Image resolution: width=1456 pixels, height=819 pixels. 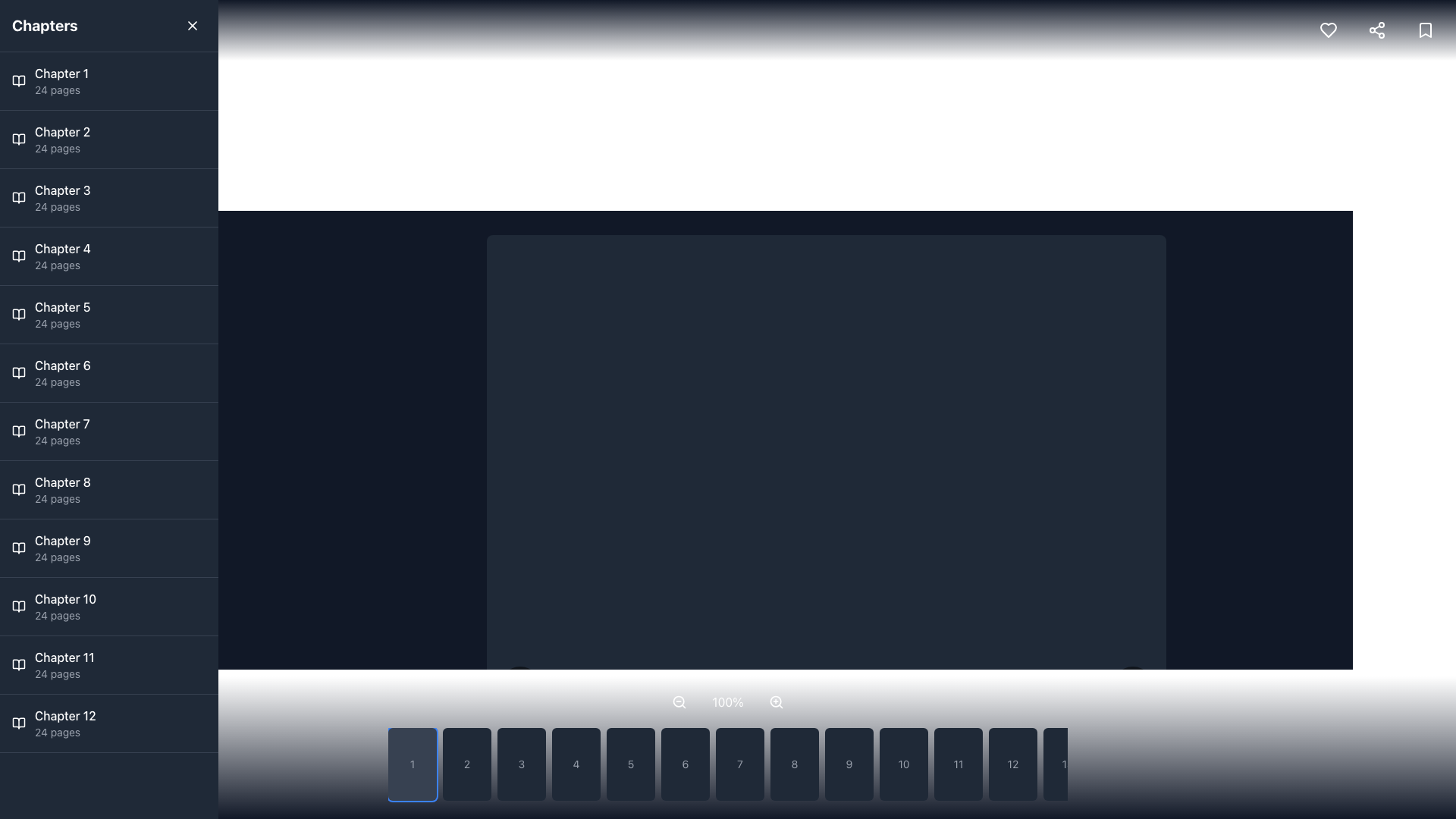 What do you see at coordinates (61, 323) in the screenshot?
I see `the Text Label that indicates the number of pages in 'Chapter 5', located in the left sidebar panel as the second line of text under the chapter title` at bounding box center [61, 323].